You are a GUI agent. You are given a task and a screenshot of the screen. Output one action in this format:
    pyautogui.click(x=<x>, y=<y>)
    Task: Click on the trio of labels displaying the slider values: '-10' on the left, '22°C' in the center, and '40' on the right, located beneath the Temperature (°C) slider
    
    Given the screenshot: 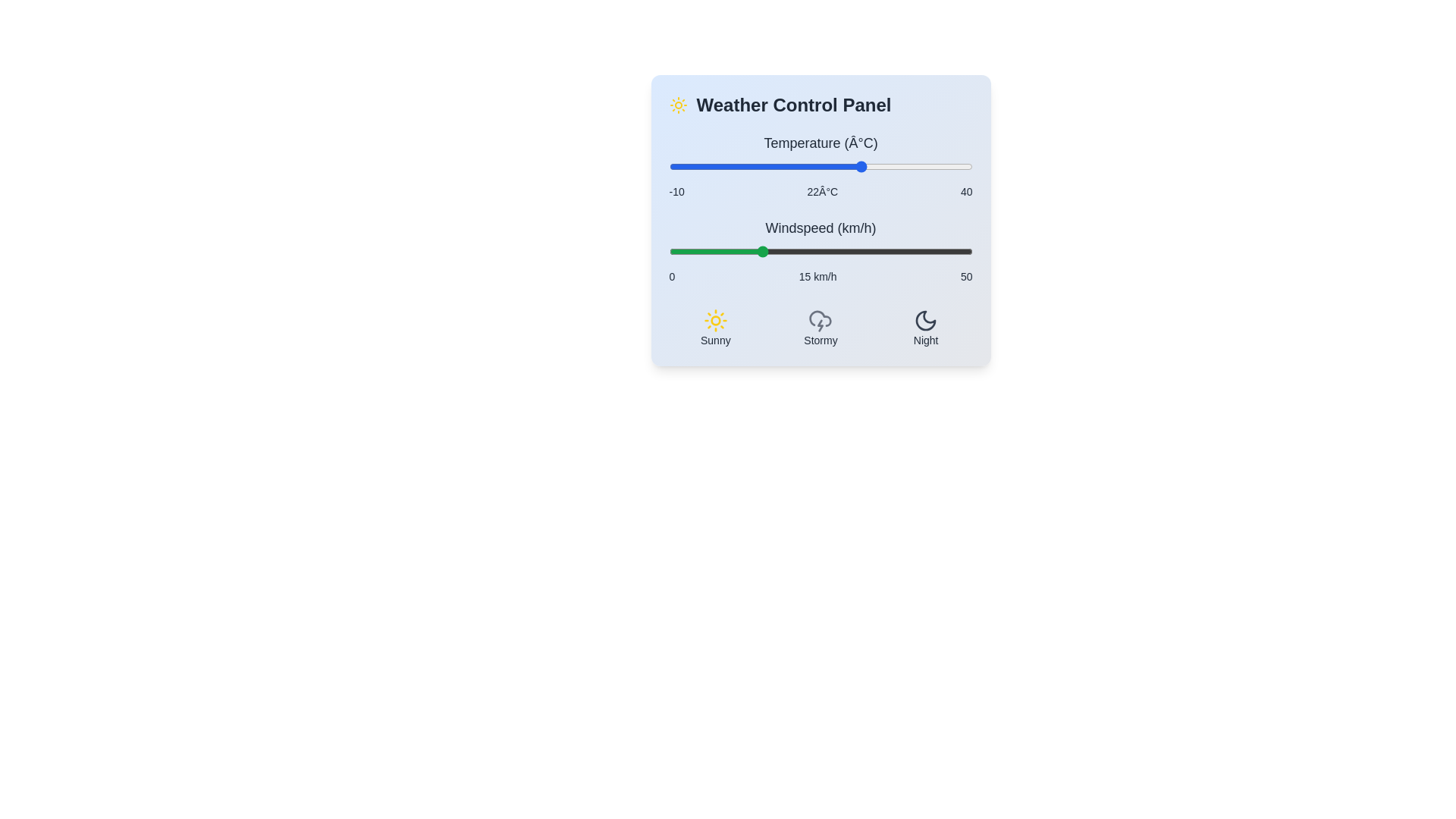 What is the action you would take?
    pyautogui.click(x=820, y=191)
    